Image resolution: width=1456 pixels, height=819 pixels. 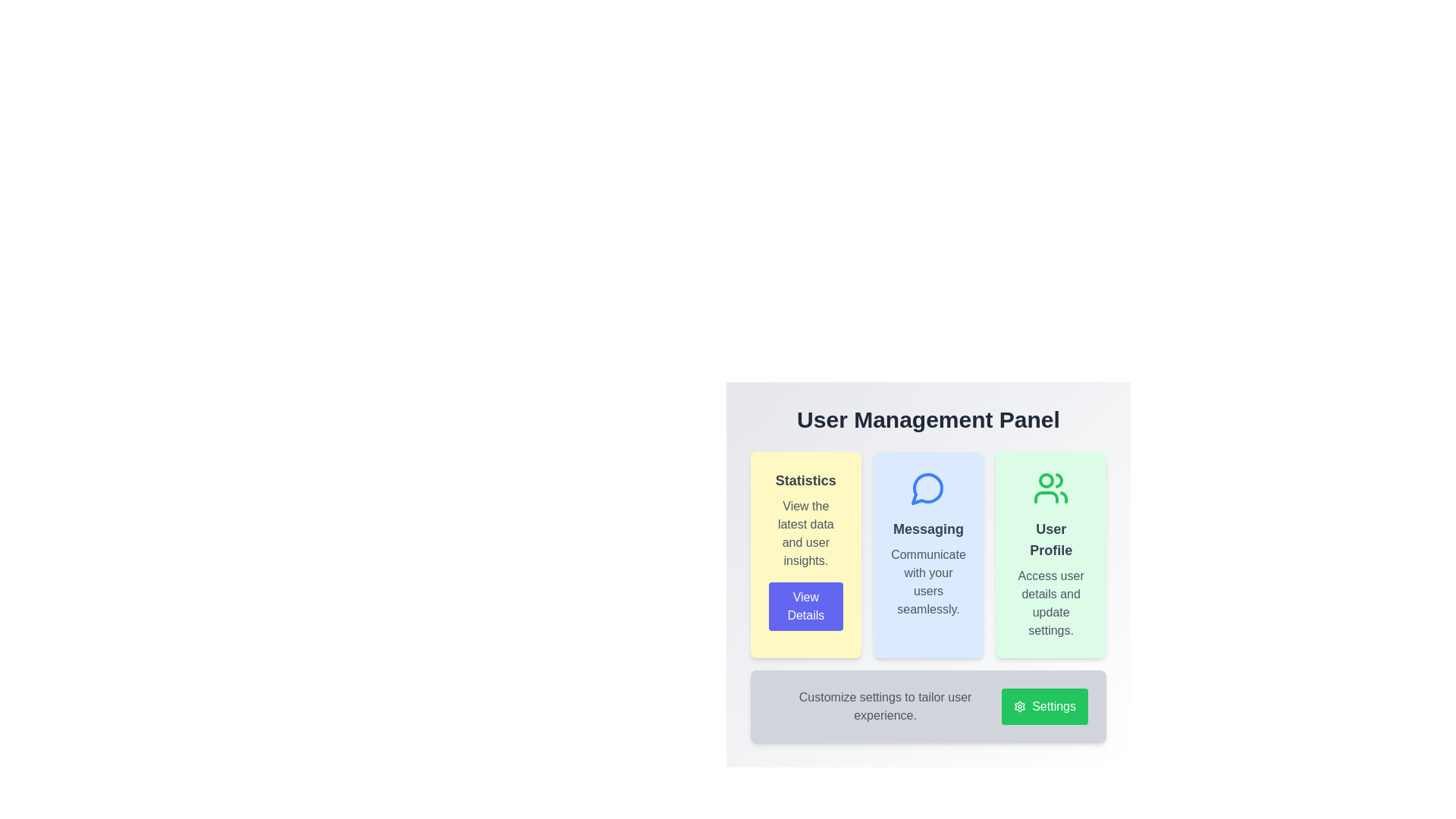 I want to click on the Informational Card located in the third column of the grid layout, which provides access to user profiles and settings, positioned above the 'Settings' section, so click(x=1050, y=555).